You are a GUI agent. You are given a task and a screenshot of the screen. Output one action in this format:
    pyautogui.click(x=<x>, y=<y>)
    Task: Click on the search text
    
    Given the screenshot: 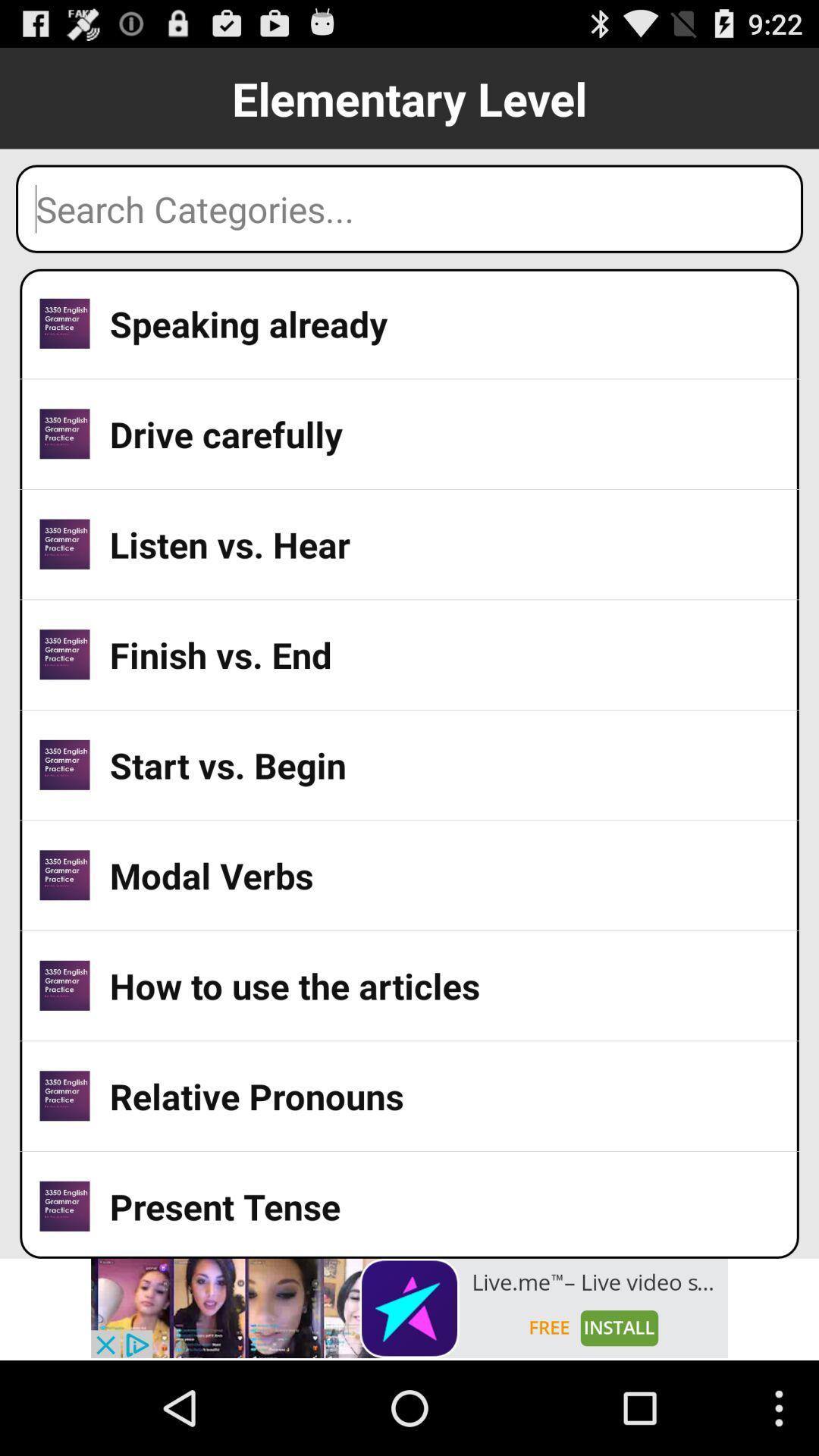 What is the action you would take?
    pyautogui.click(x=409, y=208)
    